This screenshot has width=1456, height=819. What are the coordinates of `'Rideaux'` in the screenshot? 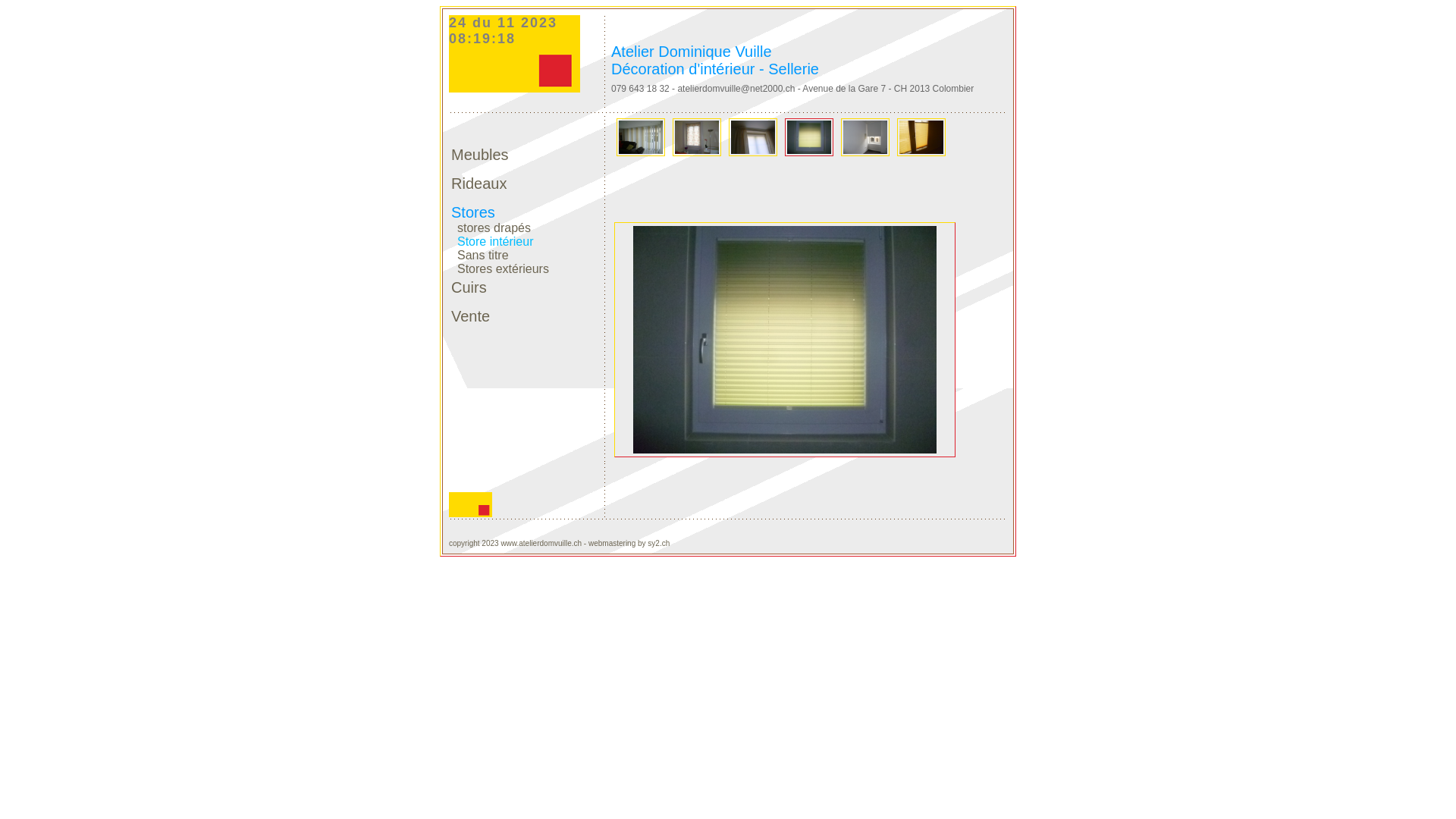 It's located at (478, 183).